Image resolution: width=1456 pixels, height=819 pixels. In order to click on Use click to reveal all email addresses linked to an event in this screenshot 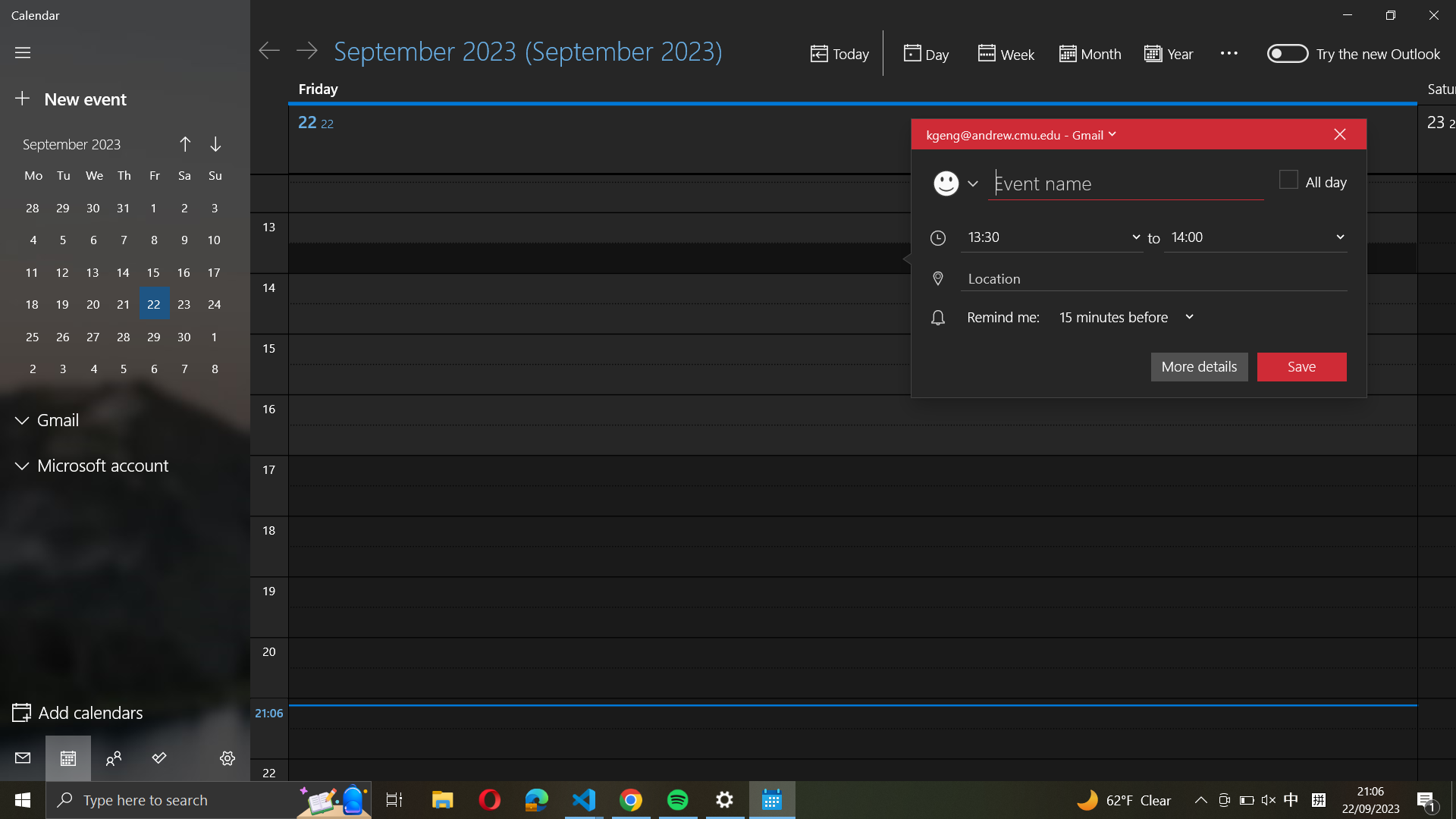, I will do `click(1019, 133)`.